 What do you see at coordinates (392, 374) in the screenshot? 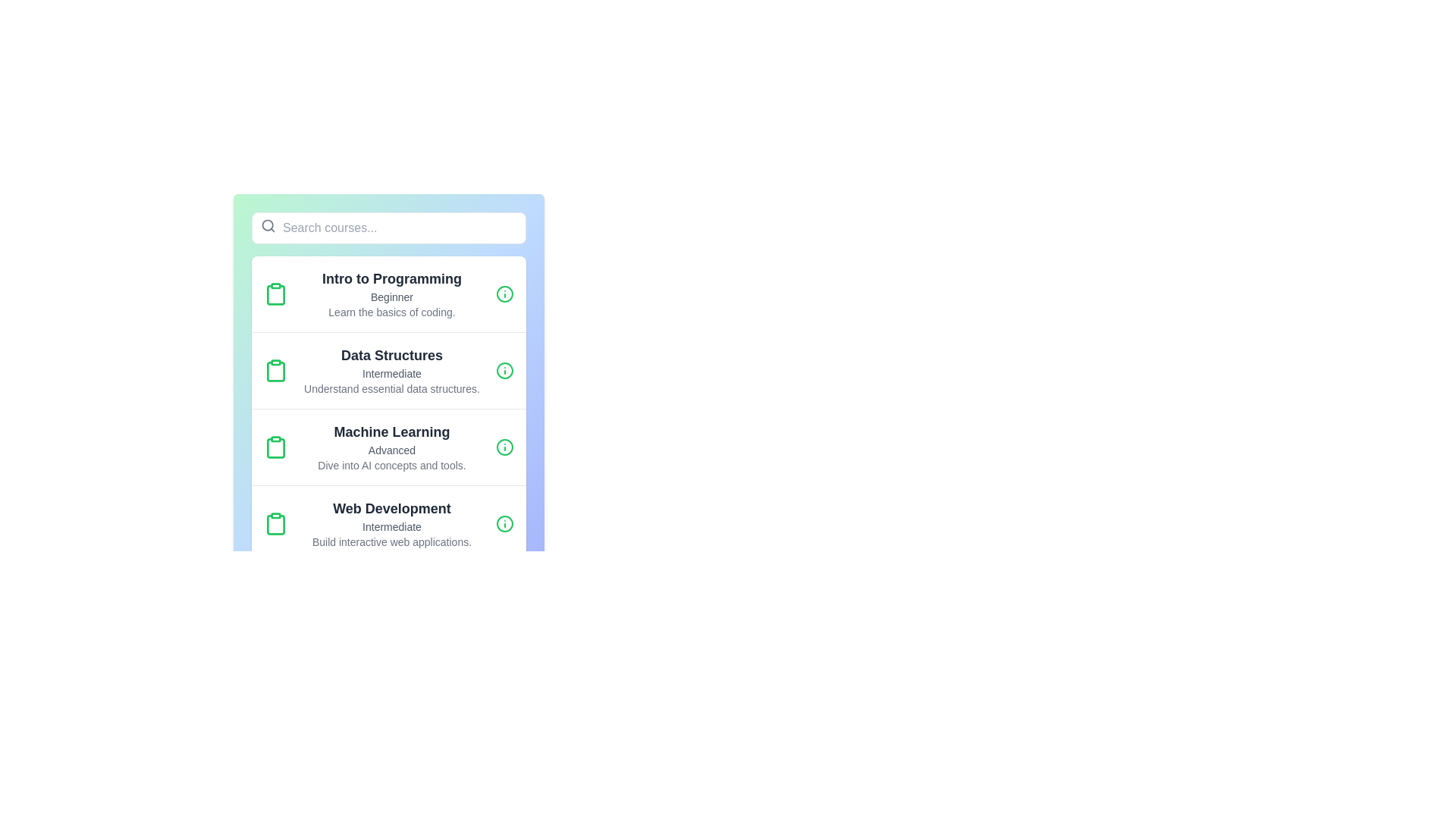
I see `text of the 'Intermediate' label, which is a small gray text positioned below 'Data Structures' and above 'Understand essential data structures.'` at bounding box center [392, 374].